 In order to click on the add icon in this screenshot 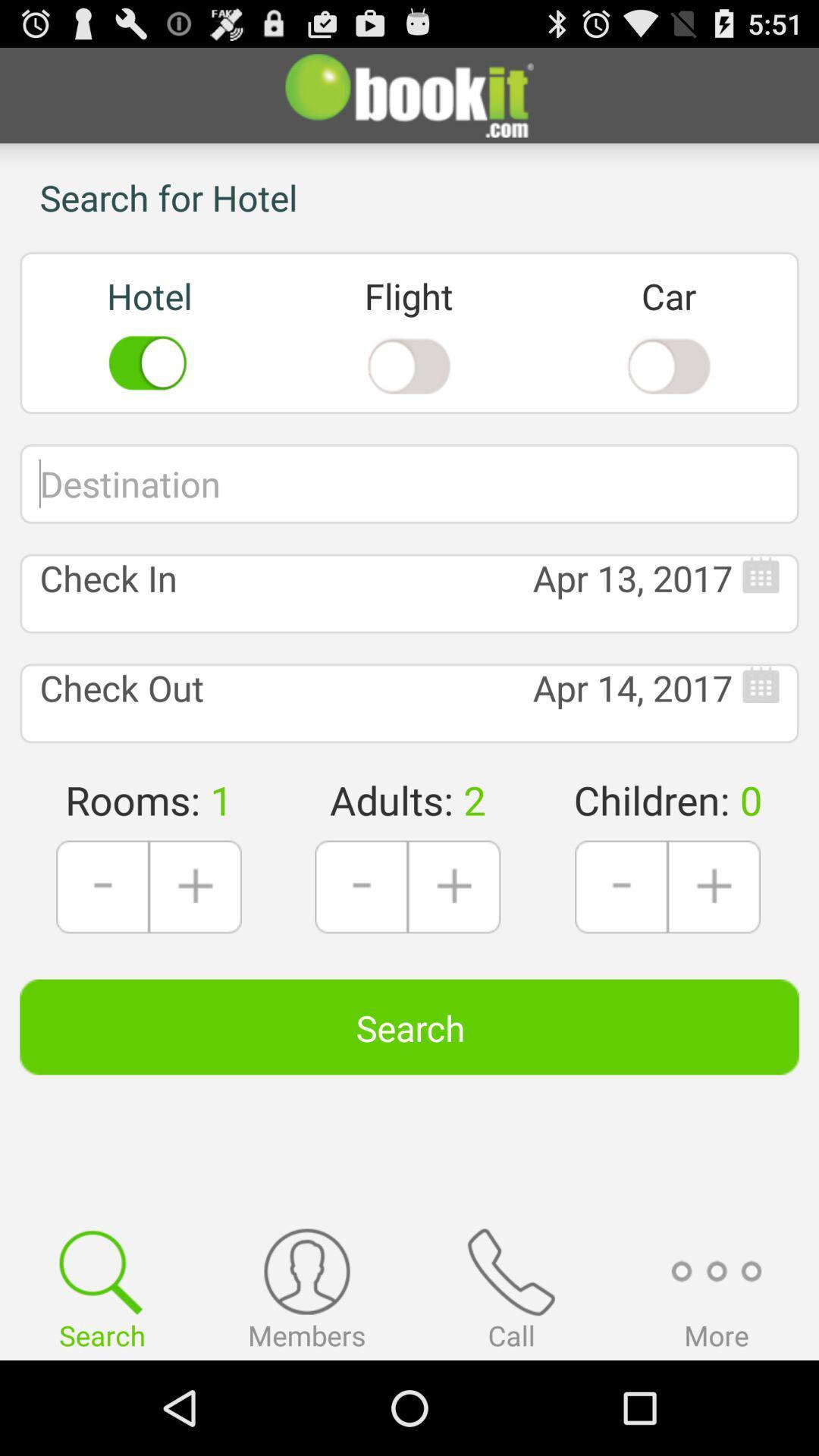, I will do `click(453, 948)`.